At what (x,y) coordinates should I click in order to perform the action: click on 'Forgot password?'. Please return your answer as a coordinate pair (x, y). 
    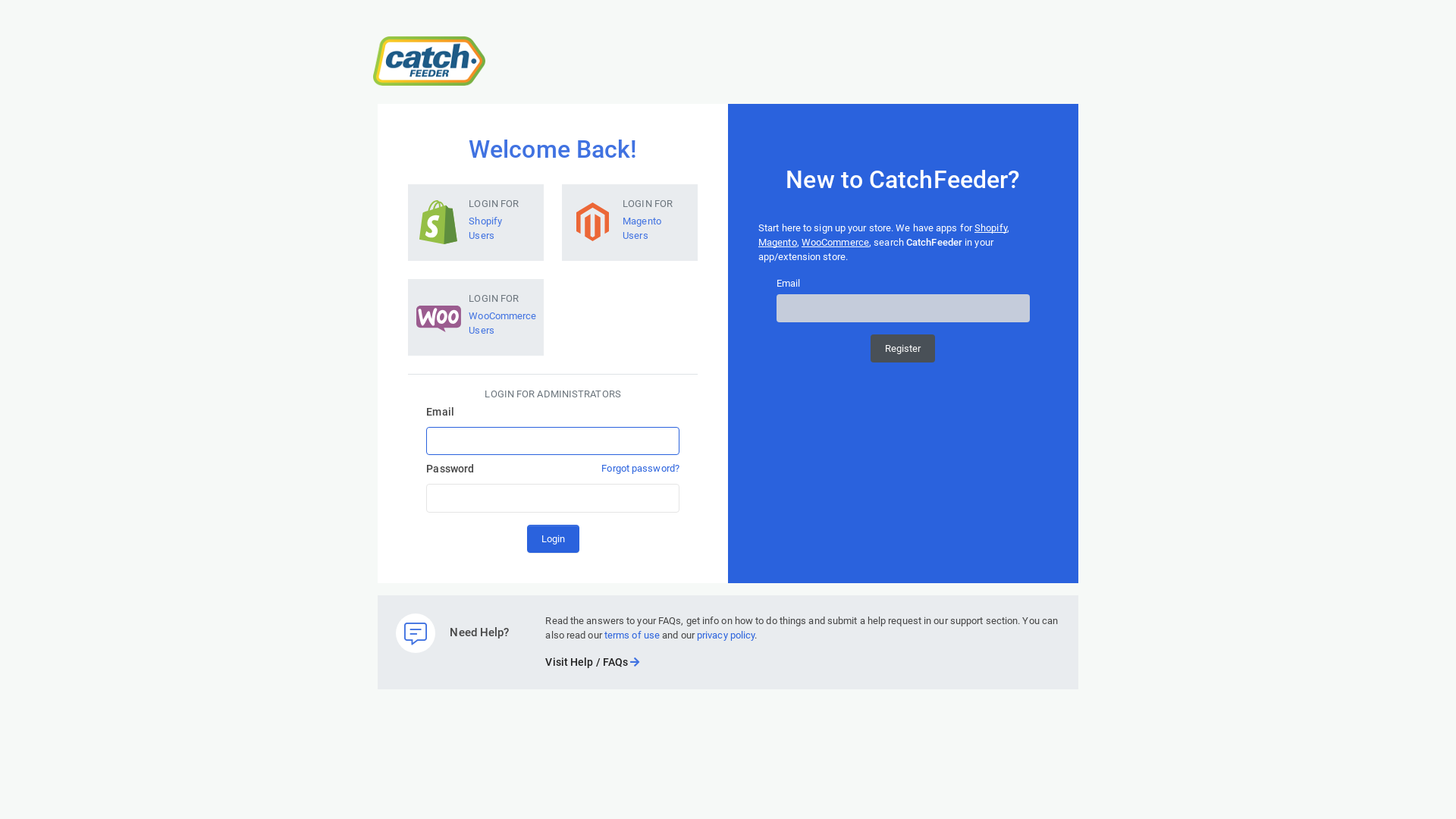
    Looking at the image, I should click on (600, 467).